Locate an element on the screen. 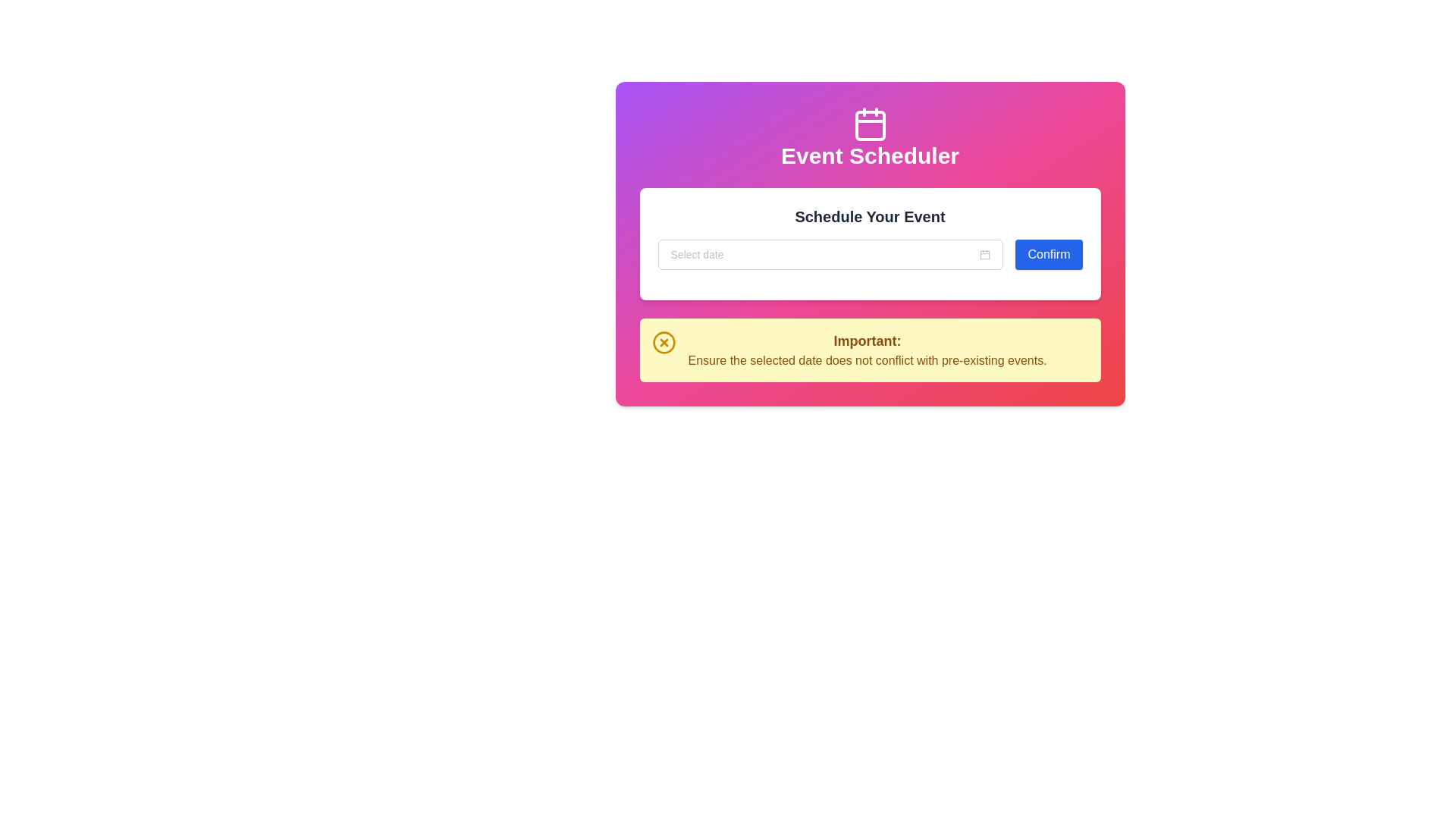 This screenshot has height=819, width=1456. the yellow circular icon with a cross inside, which is located to the left of the notification bar containing the text 'Important: Ensure the selected date does not conflict with pre-existing events.' is located at coordinates (664, 342).